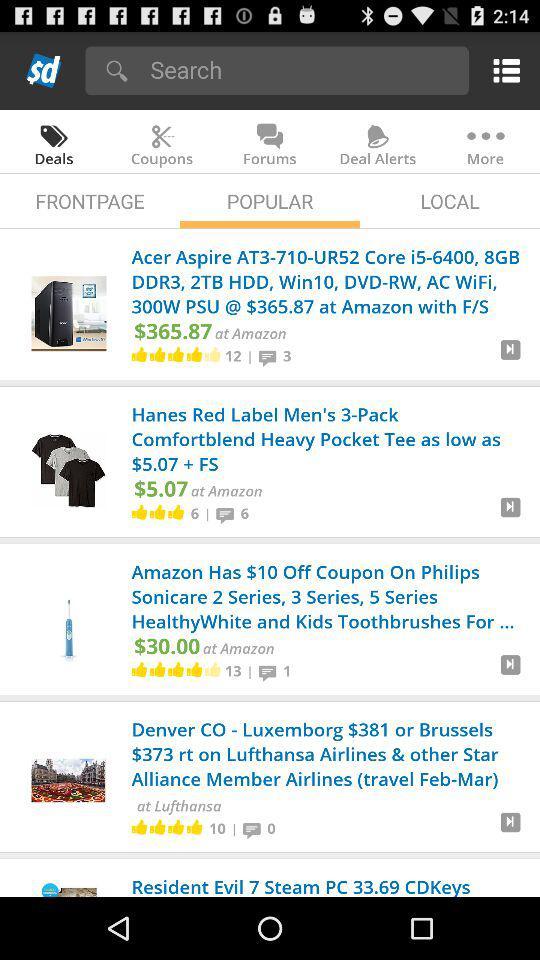 This screenshot has height=960, width=540. Describe the element at coordinates (302, 69) in the screenshot. I see `search` at that location.